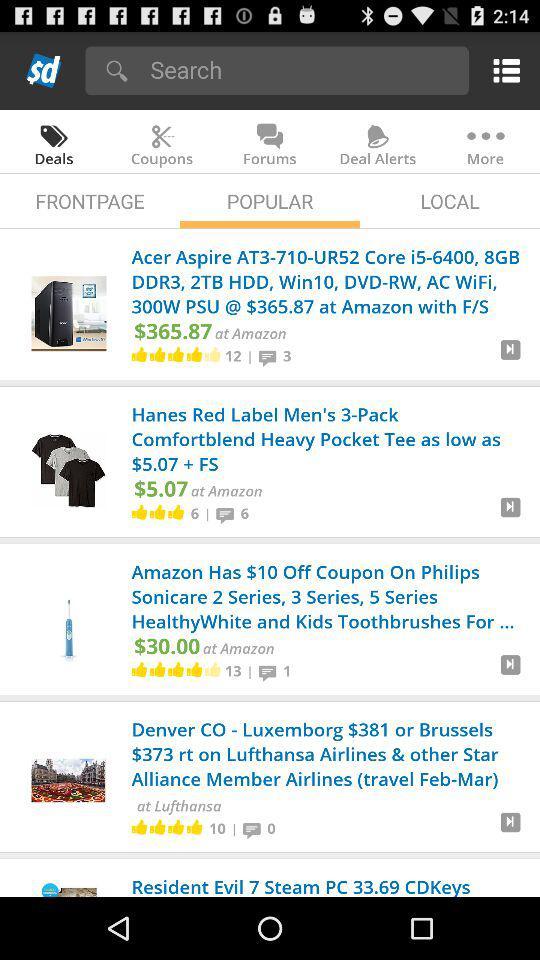 This screenshot has height=960, width=540. Describe the element at coordinates (302, 69) in the screenshot. I see `search` at that location.